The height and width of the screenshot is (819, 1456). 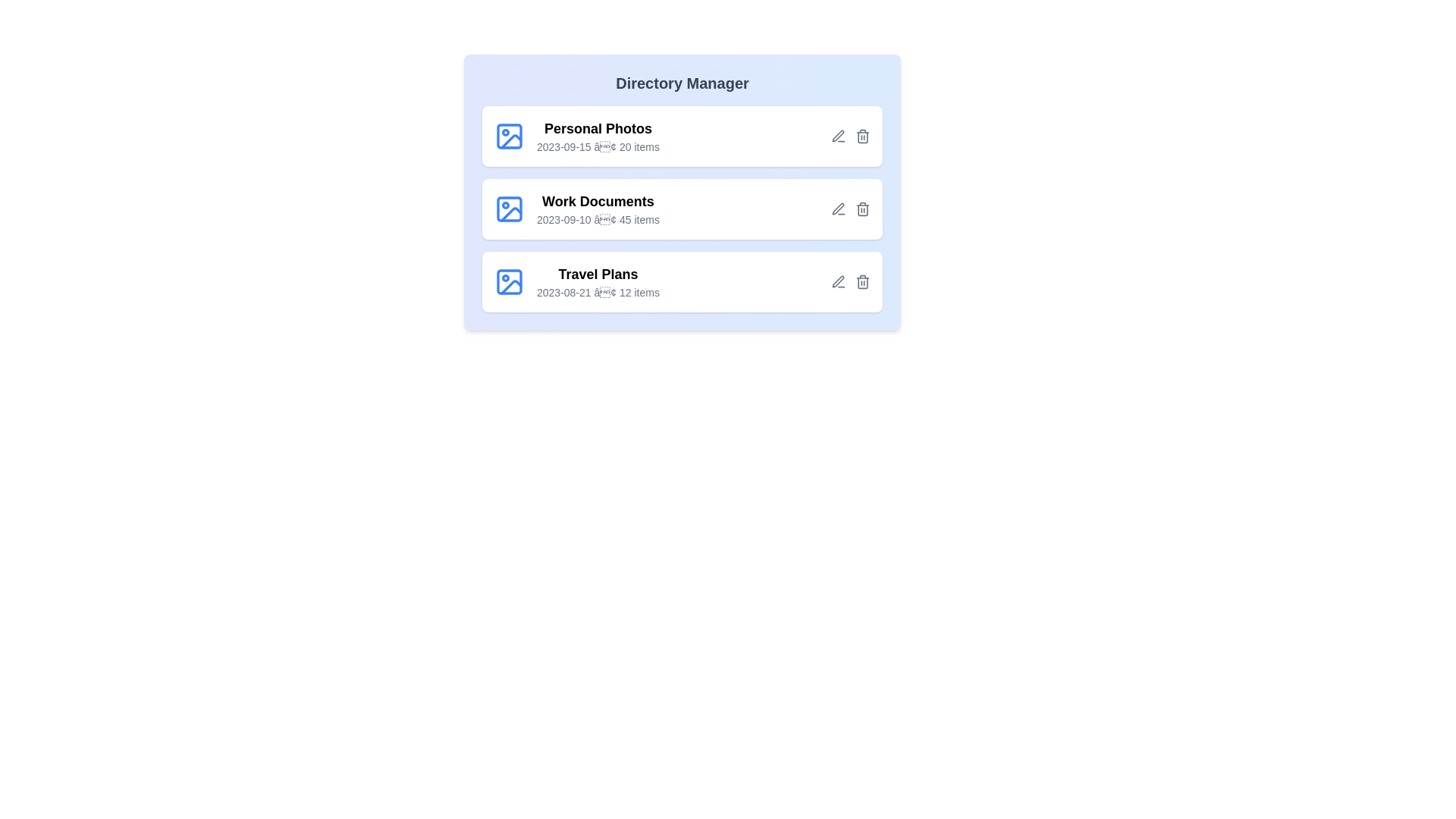 I want to click on the edit icon for the directory Travel Plans, so click(x=837, y=281).